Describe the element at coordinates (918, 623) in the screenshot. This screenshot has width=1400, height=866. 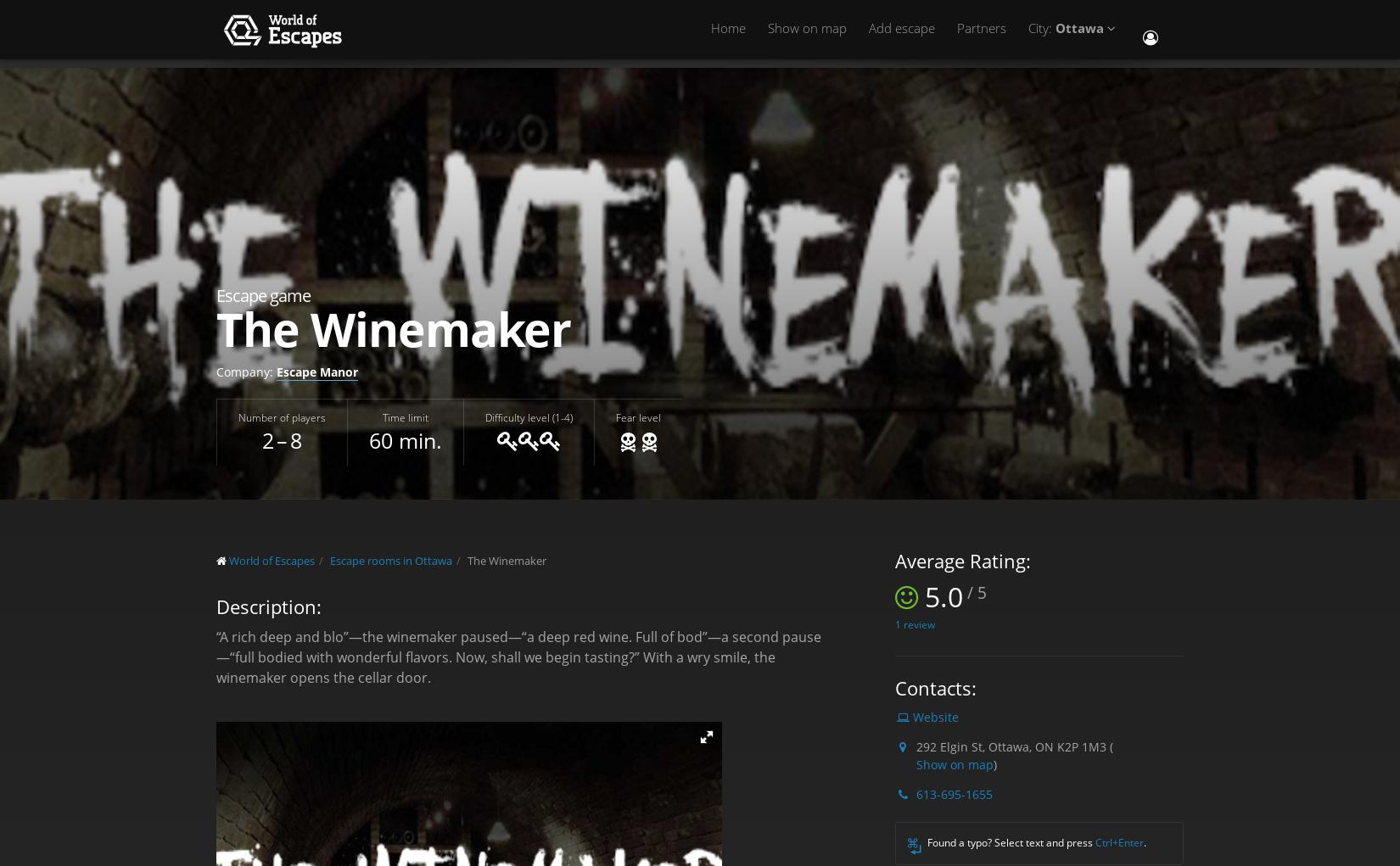
I see `'review'` at that location.